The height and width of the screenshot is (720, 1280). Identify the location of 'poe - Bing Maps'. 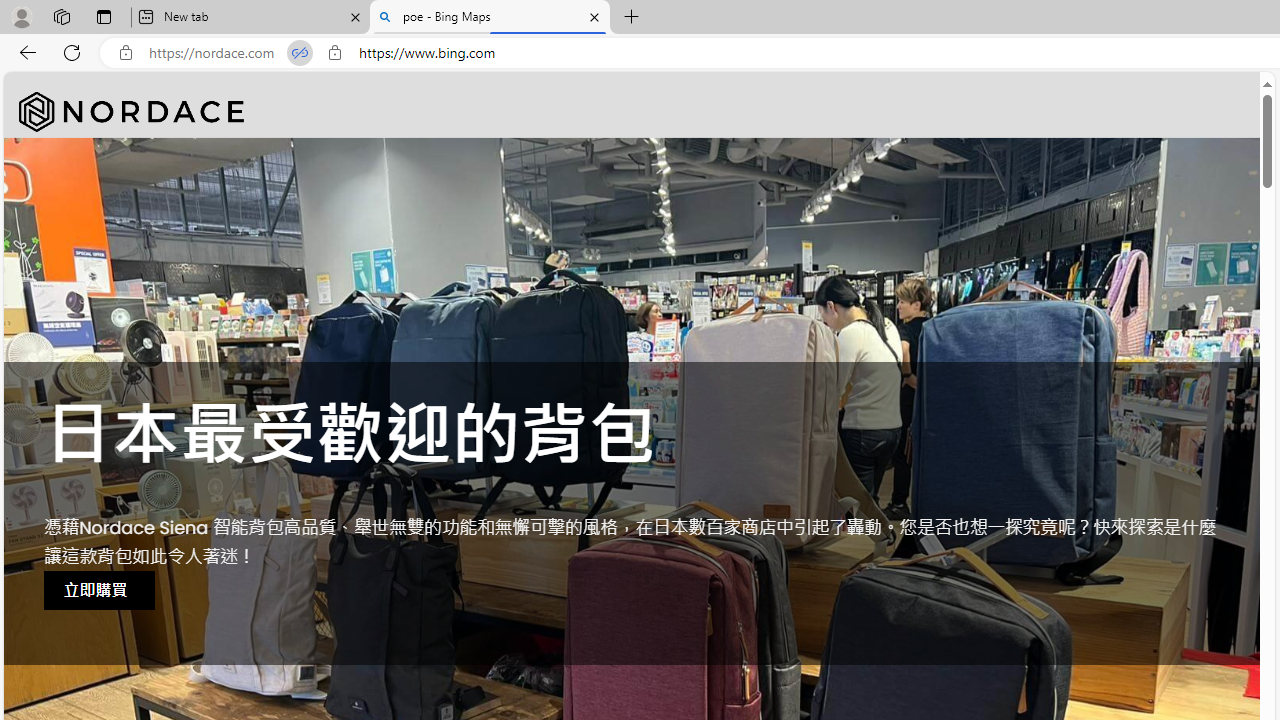
(490, 17).